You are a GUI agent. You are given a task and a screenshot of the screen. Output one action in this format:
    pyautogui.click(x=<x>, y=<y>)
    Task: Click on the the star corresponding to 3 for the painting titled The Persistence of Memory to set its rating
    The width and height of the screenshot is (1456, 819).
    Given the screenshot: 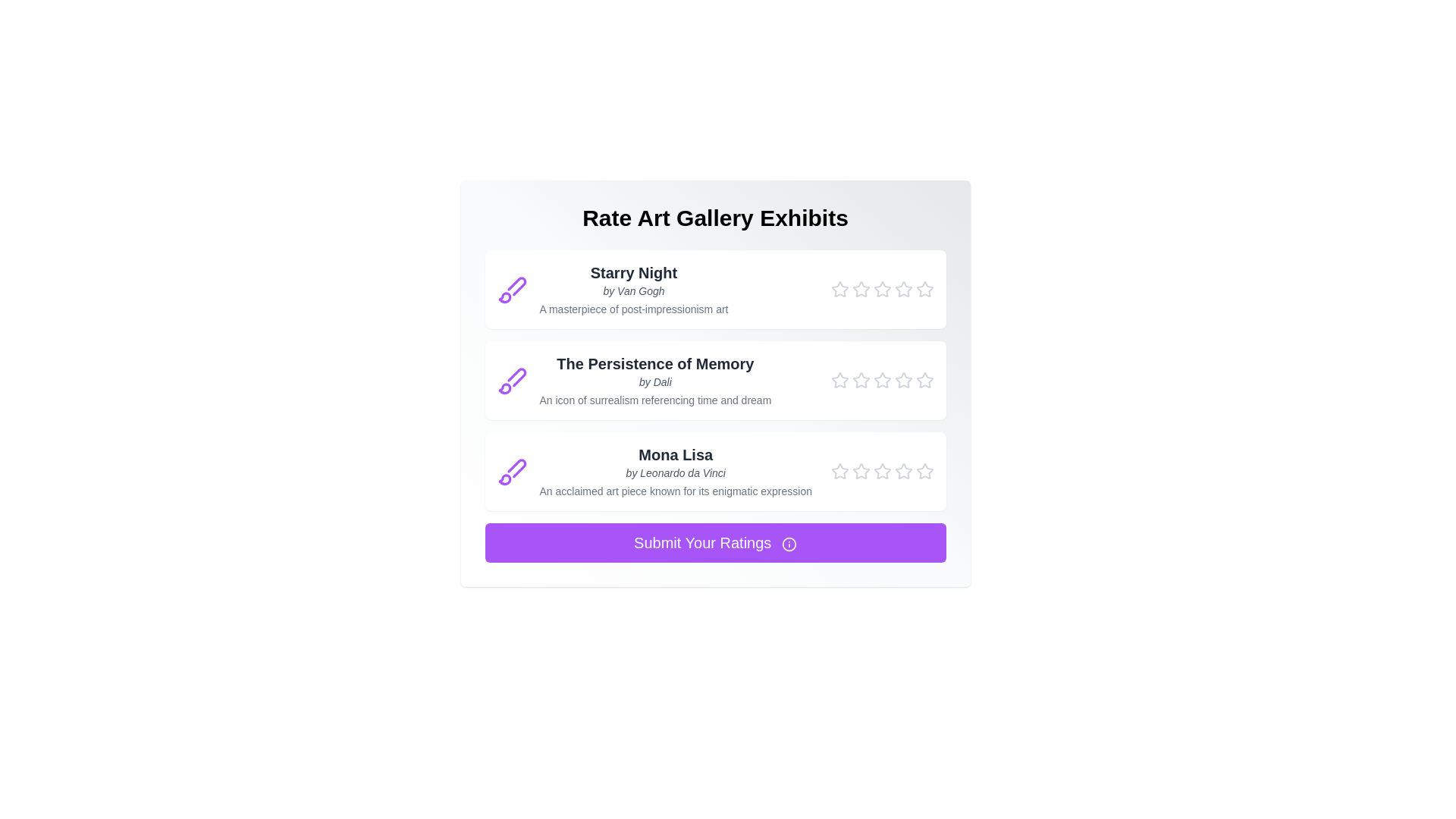 What is the action you would take?
    pyautogui.click(x=882, y=379)
    